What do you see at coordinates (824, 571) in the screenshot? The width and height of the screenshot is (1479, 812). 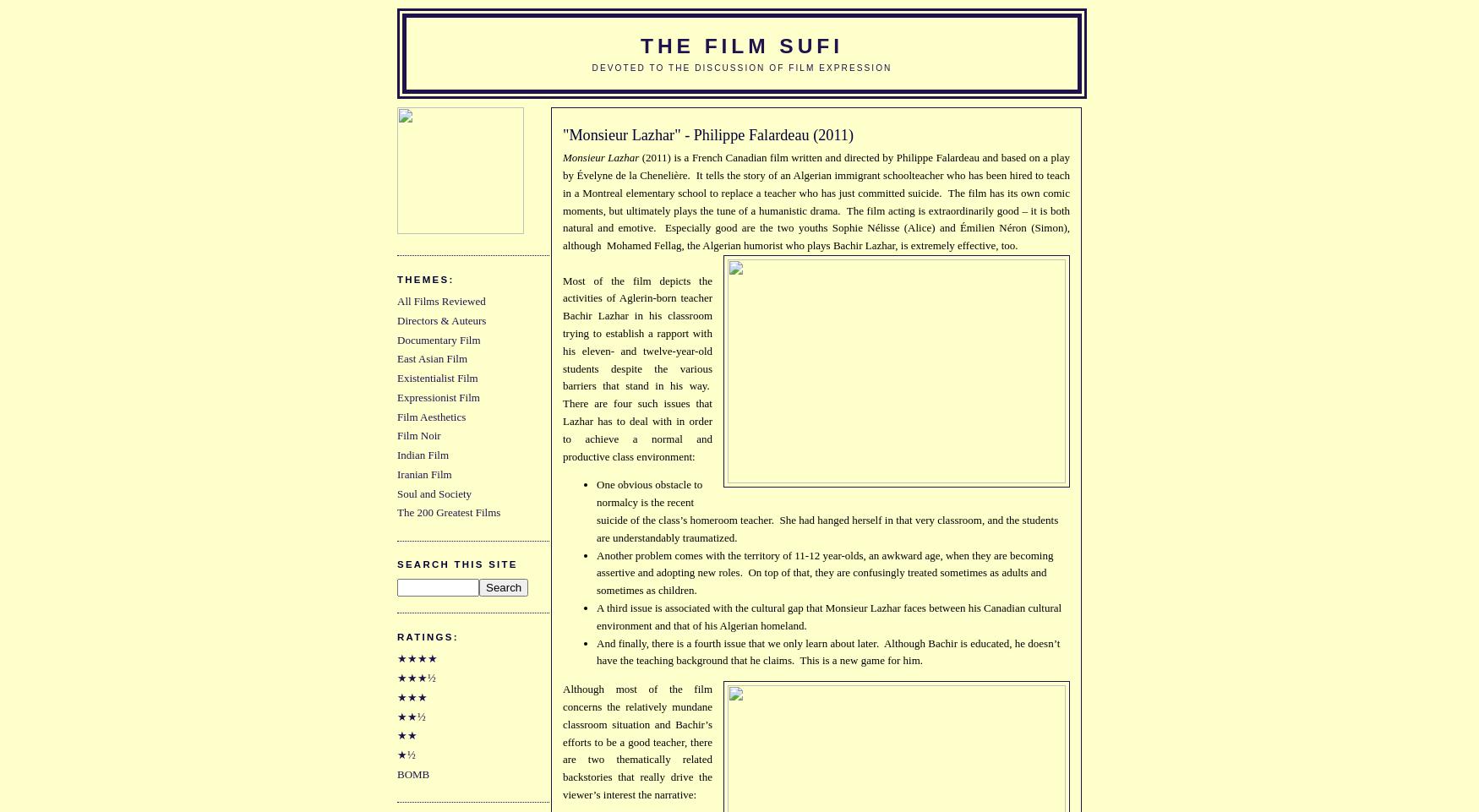 I see `'Another problem comes with the territory of 11-12 year-olds, an awkward age, when they are becoming assertive and adopting new roles.  On top of that, they are confusingly treated sometimes as adults and sometimes as children.'` at bounding box center [824, 571].